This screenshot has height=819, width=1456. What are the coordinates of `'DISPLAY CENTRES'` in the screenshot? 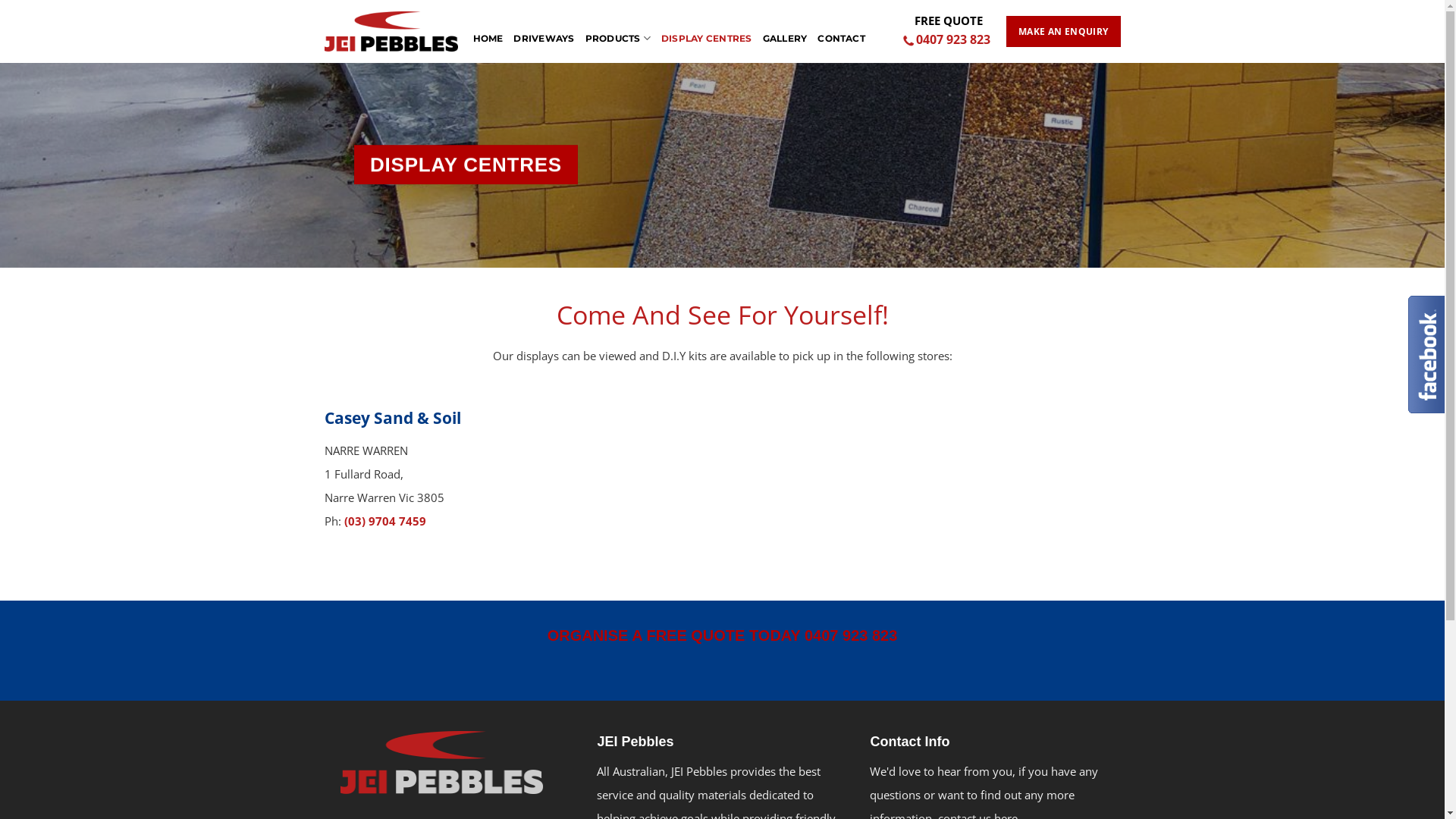 It's located at (705, 30).